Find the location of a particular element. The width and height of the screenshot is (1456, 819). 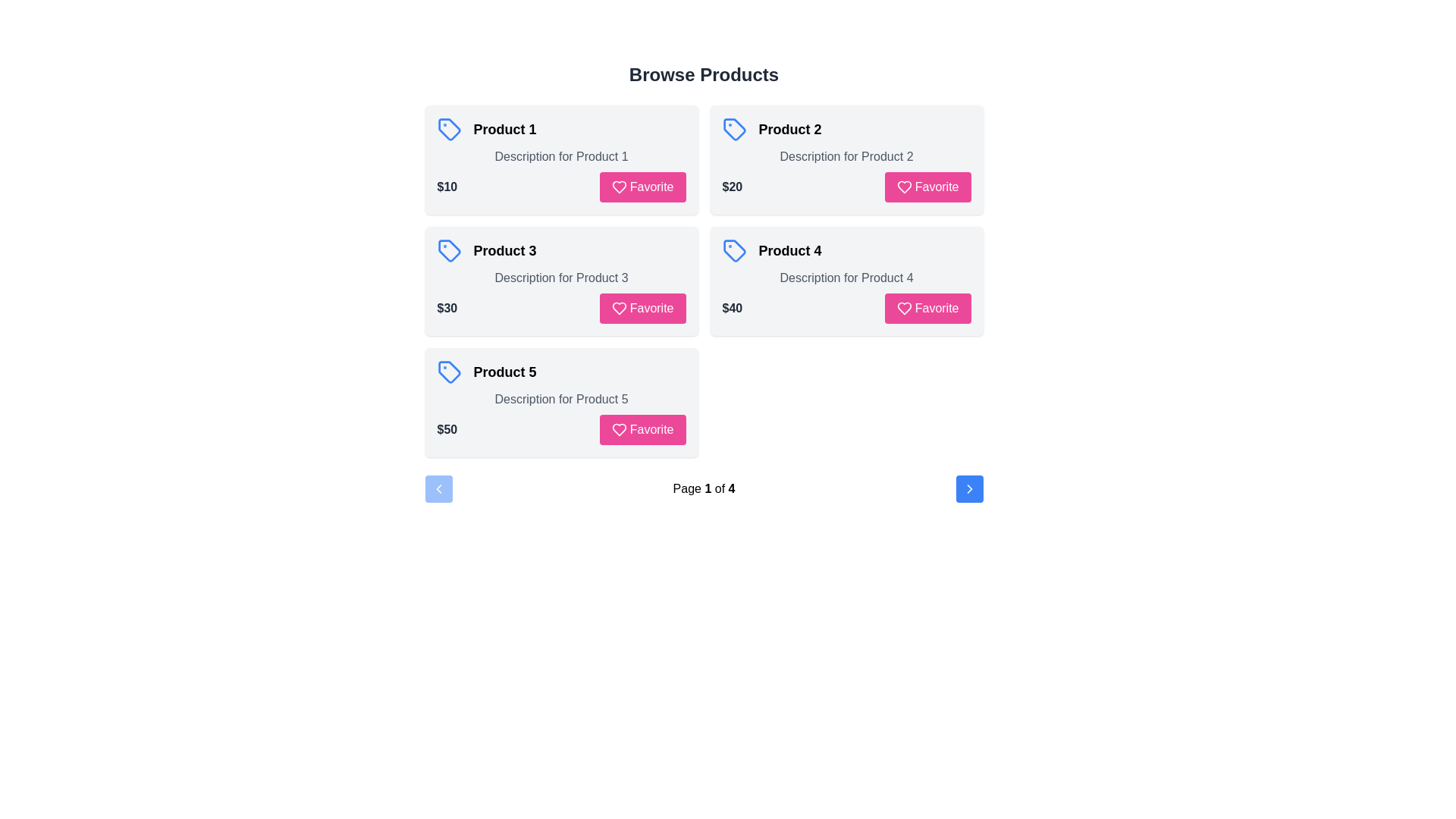

the text label displaying '$30' in bold dark gray font located in the bottom-left corner of the third card under 'Product 3' is located at coordinates (446, 308).